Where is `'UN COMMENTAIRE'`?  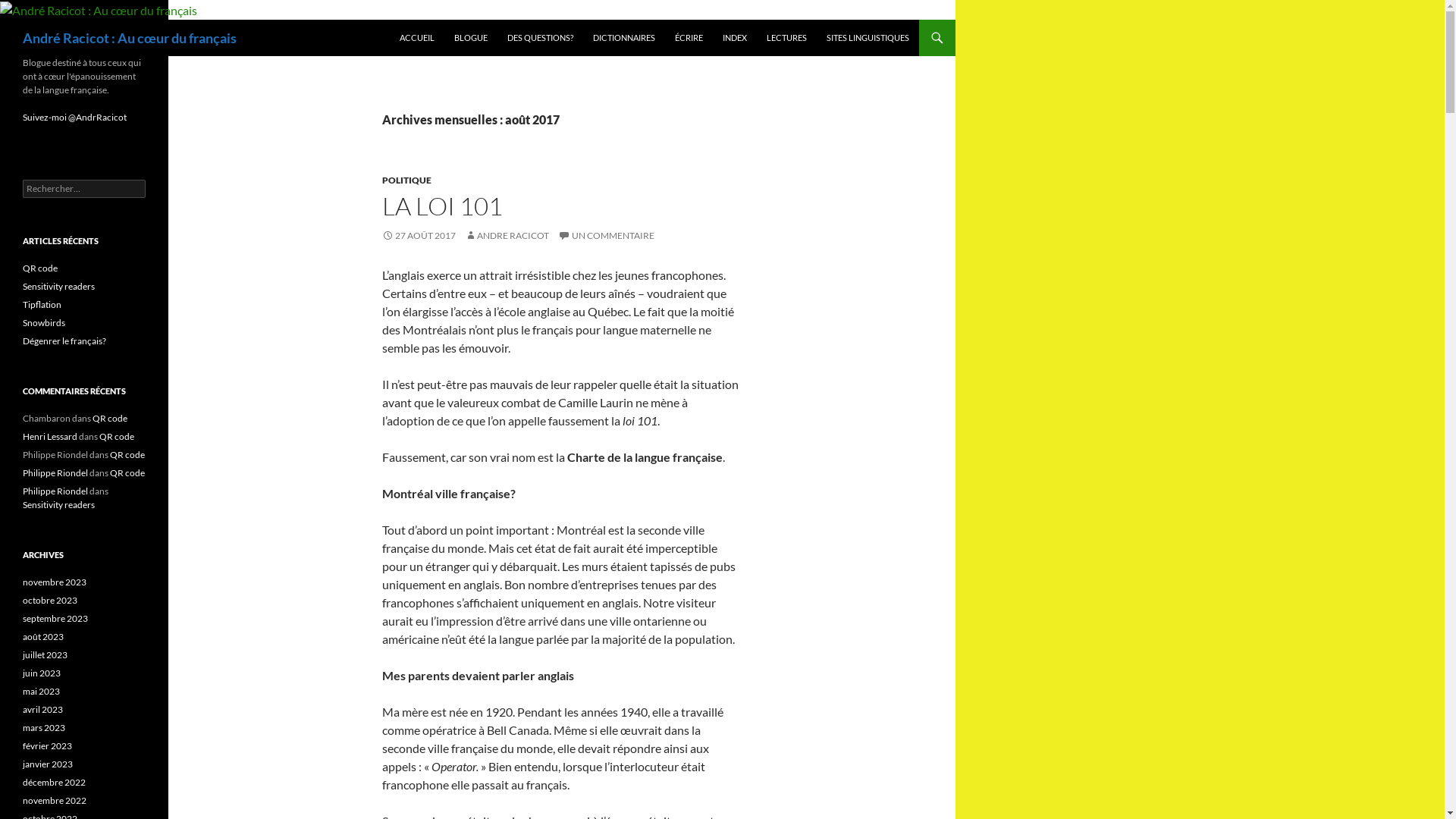
'UN COMMENTAIRE' is located at coordinates (605, 235).